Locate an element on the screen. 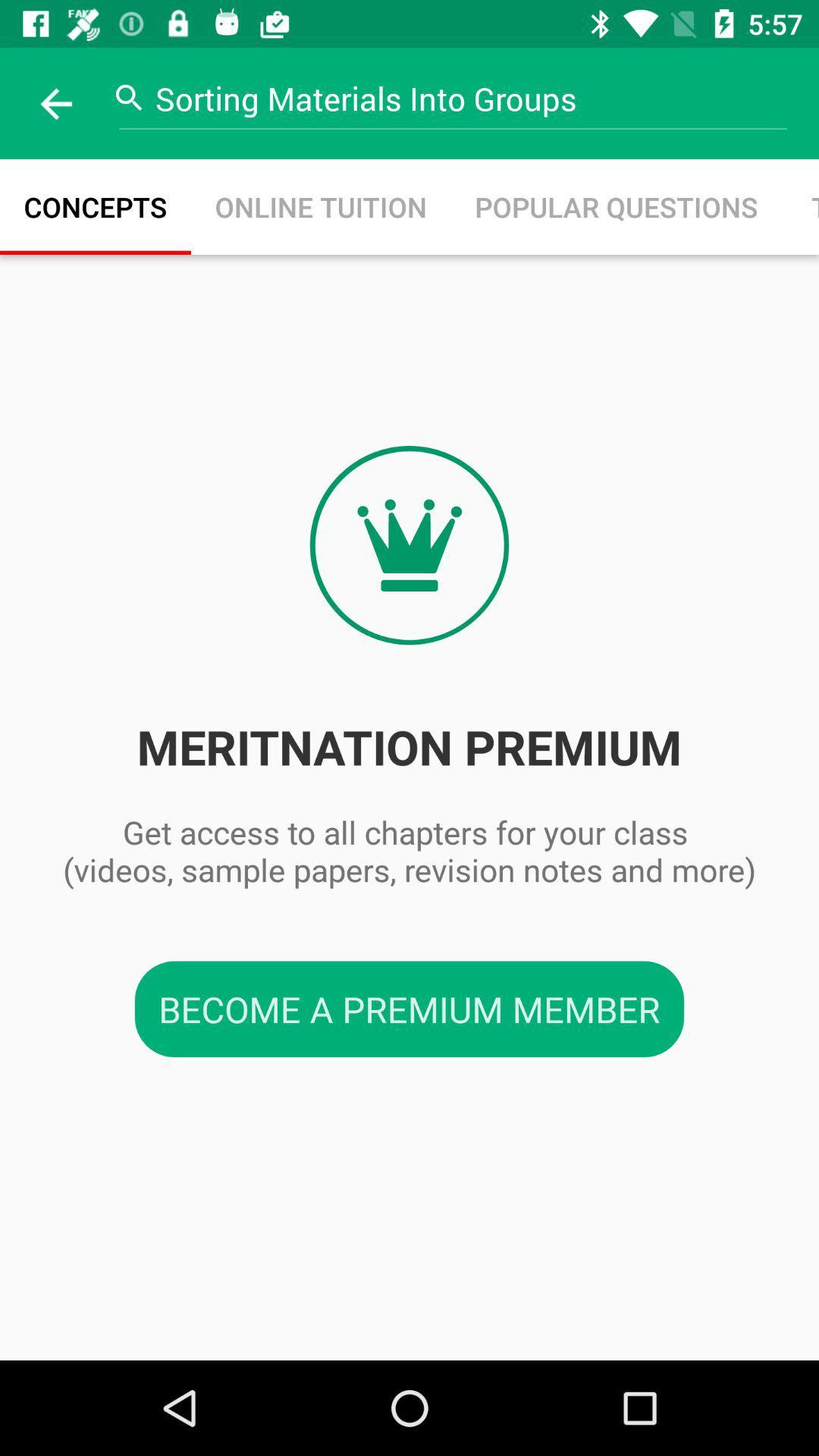 The image size is (819, 1456). item to the left of sorting materials into item is located at coordinates (55, 102).